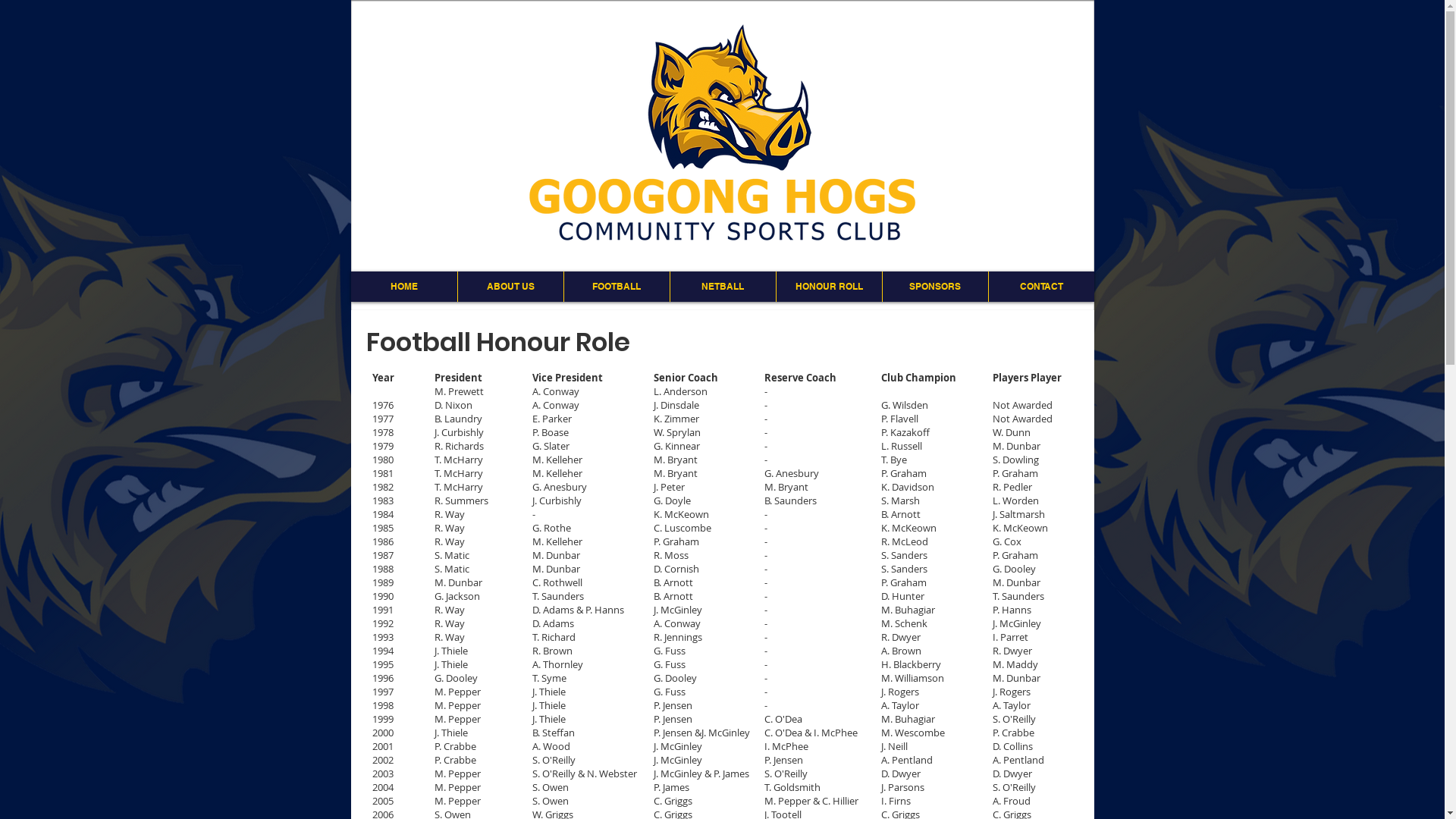 This screenshot has width=1456, height=819. I want to click on 'FOOTBALL', so click(562, 287).